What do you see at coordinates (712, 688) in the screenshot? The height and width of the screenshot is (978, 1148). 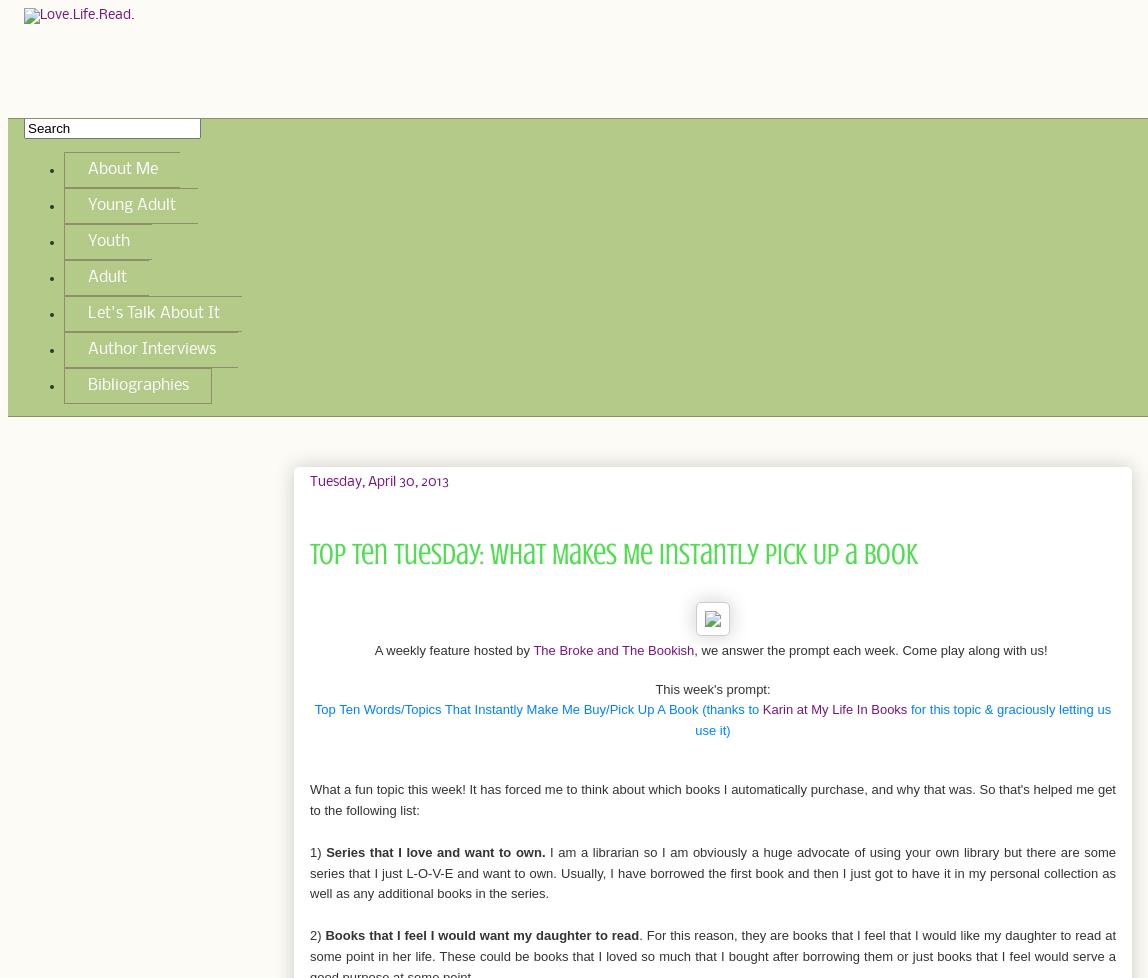 I see `'This week's prompt:'` at bounding box center [712, 688].